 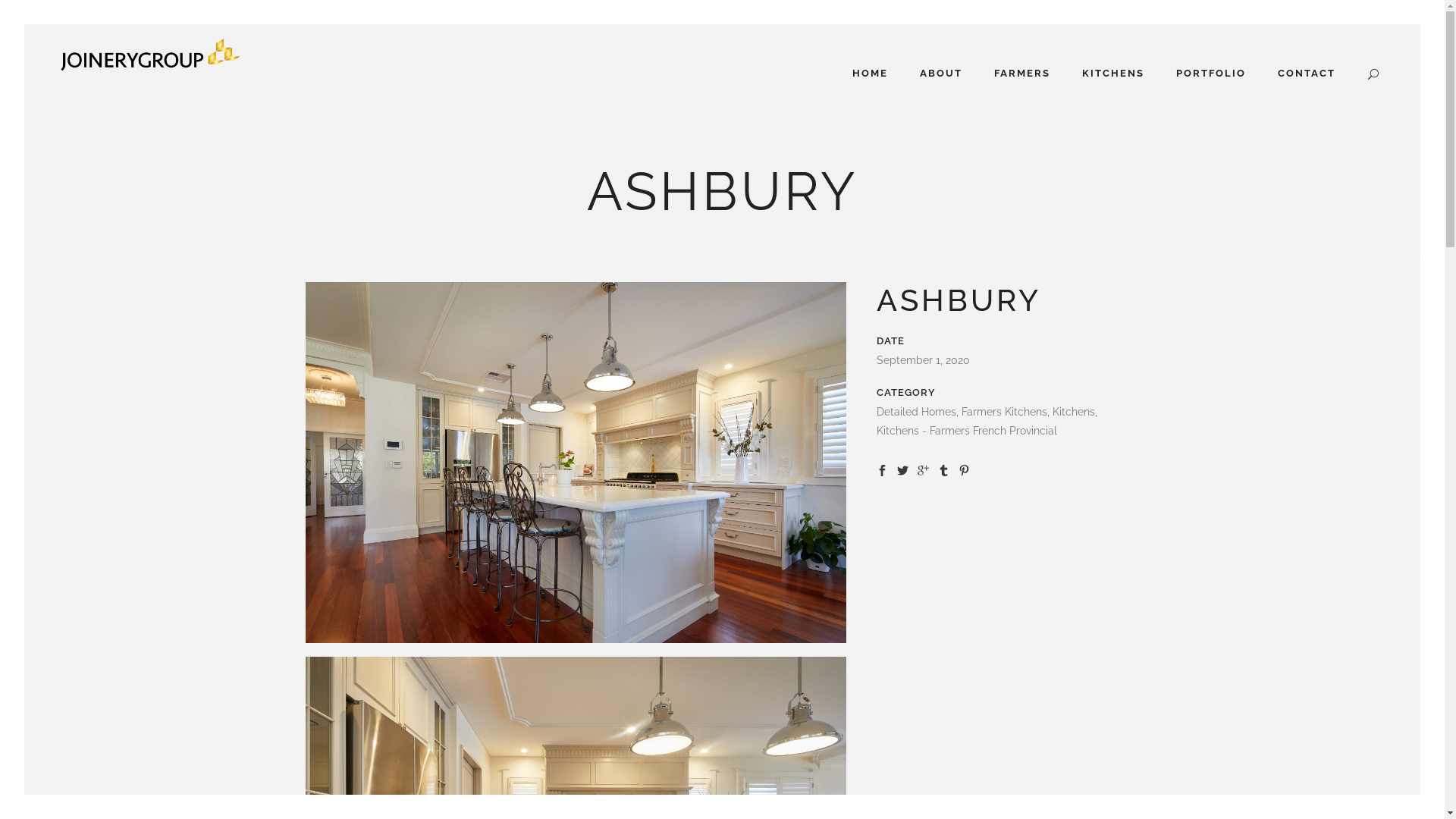 What do you see at coordinates (1113, 73) in the screenshot?
I see `'KITCHENS'` at bounding box center [1113, 73].